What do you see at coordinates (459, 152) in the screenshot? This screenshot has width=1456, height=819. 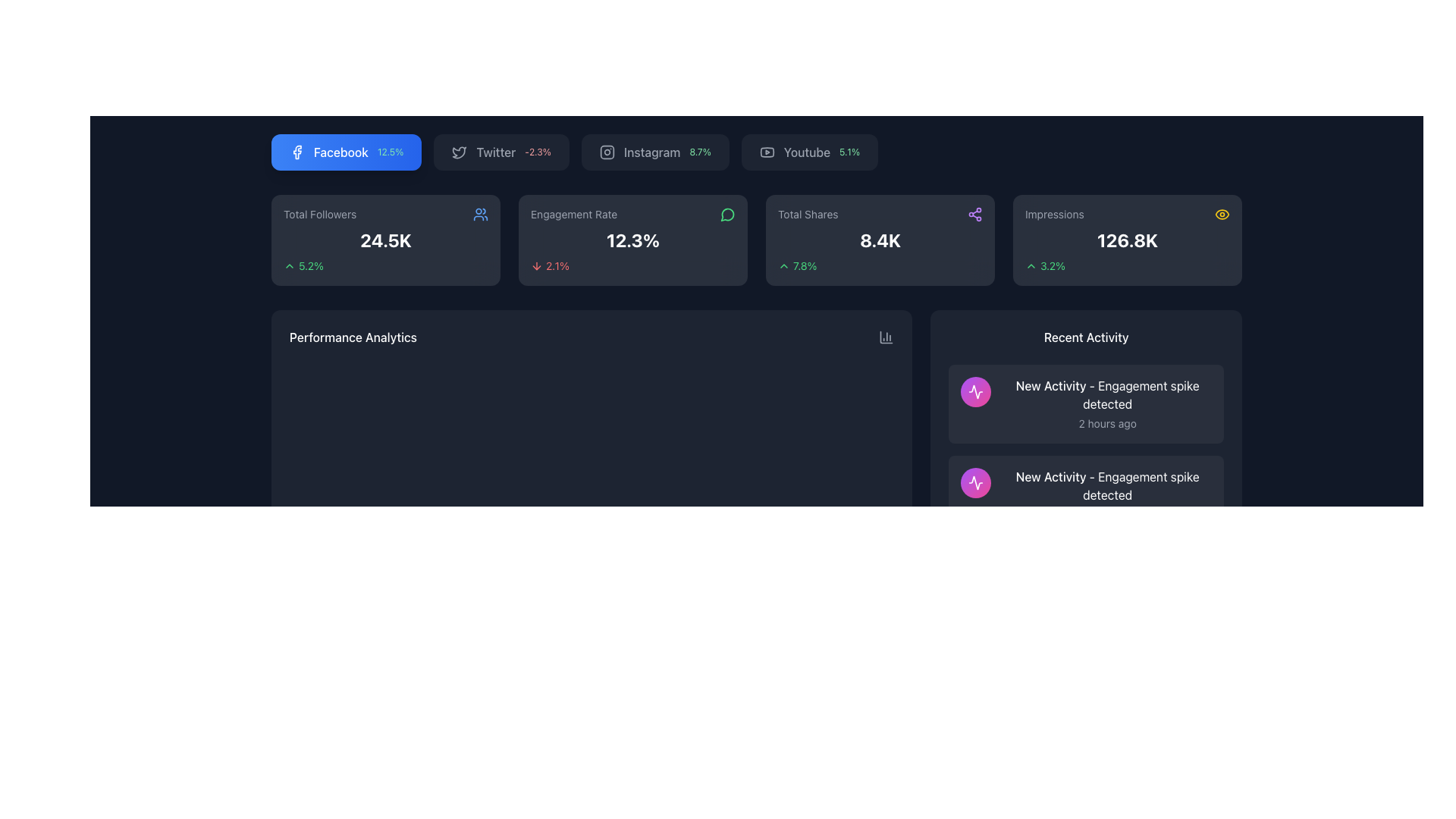 I see `the Twitter icon, which is the leftmost icon within the 'Twitter -2.3%' button in the top bar of the interface, positioned between the 'Facebook 12.5%' button and the 'Instagram 8.7%' button` at bounding box center [459, 152].